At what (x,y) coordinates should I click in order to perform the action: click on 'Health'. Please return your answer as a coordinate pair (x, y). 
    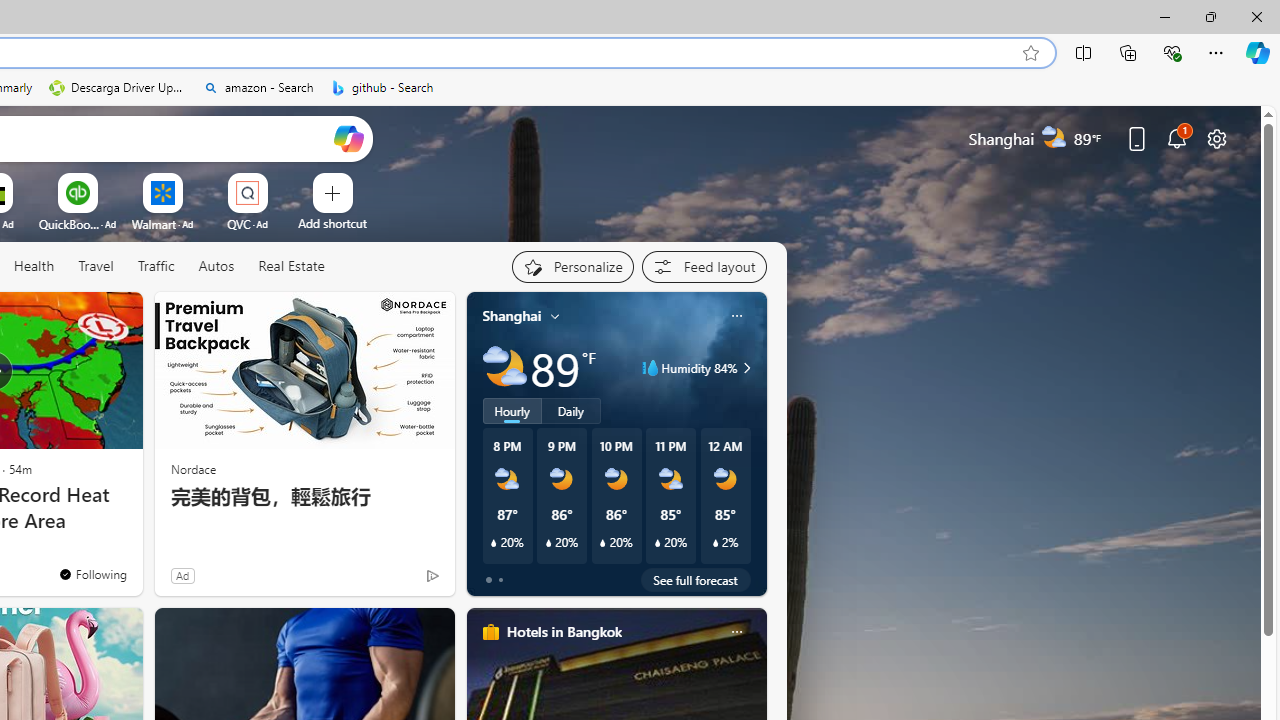
    Looking at the image, I should click on (33, 266).